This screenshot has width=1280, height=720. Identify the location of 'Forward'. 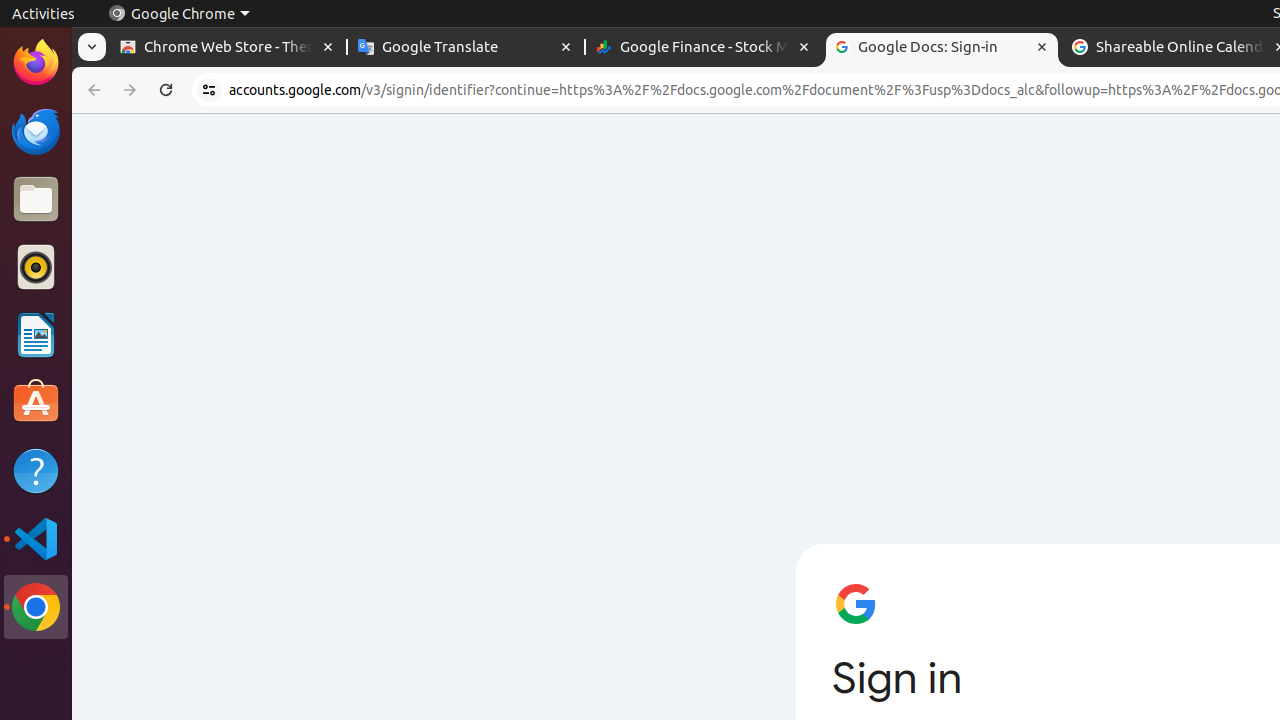
(129, 90).